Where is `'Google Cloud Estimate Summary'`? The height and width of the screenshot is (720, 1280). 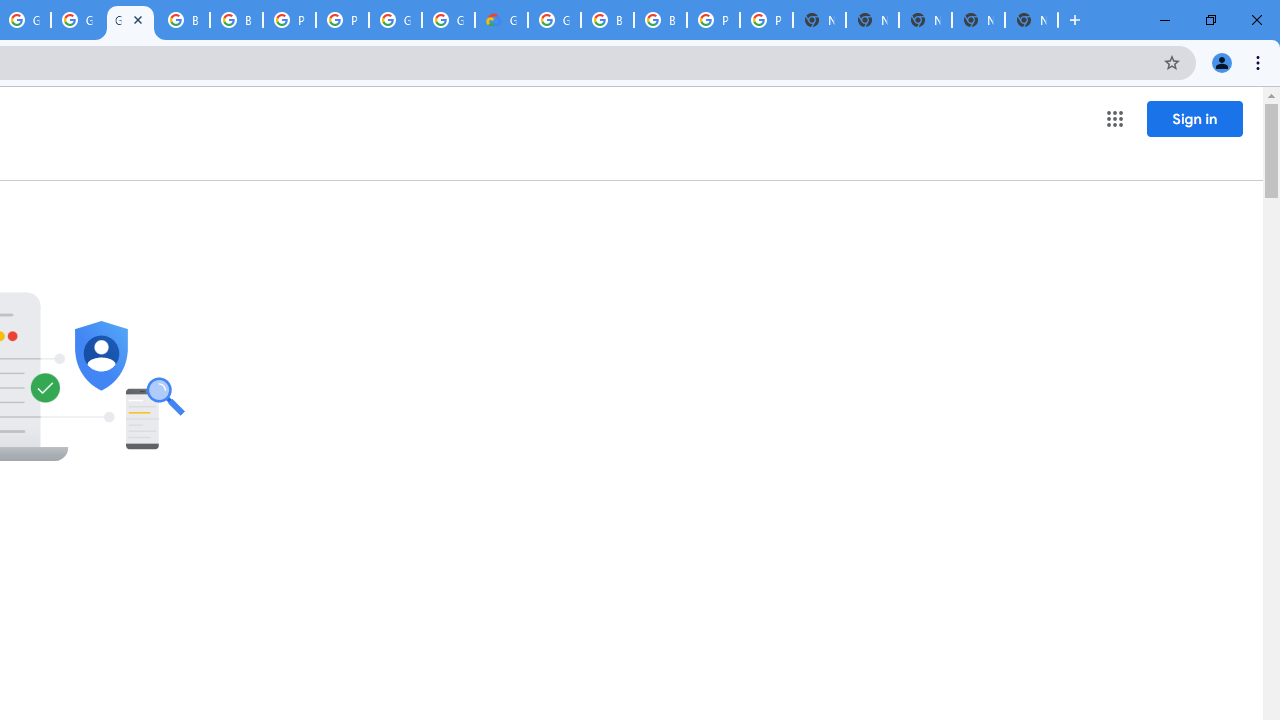
'Google Cloud Estimate Summary' is located at coordinates (501, 20).